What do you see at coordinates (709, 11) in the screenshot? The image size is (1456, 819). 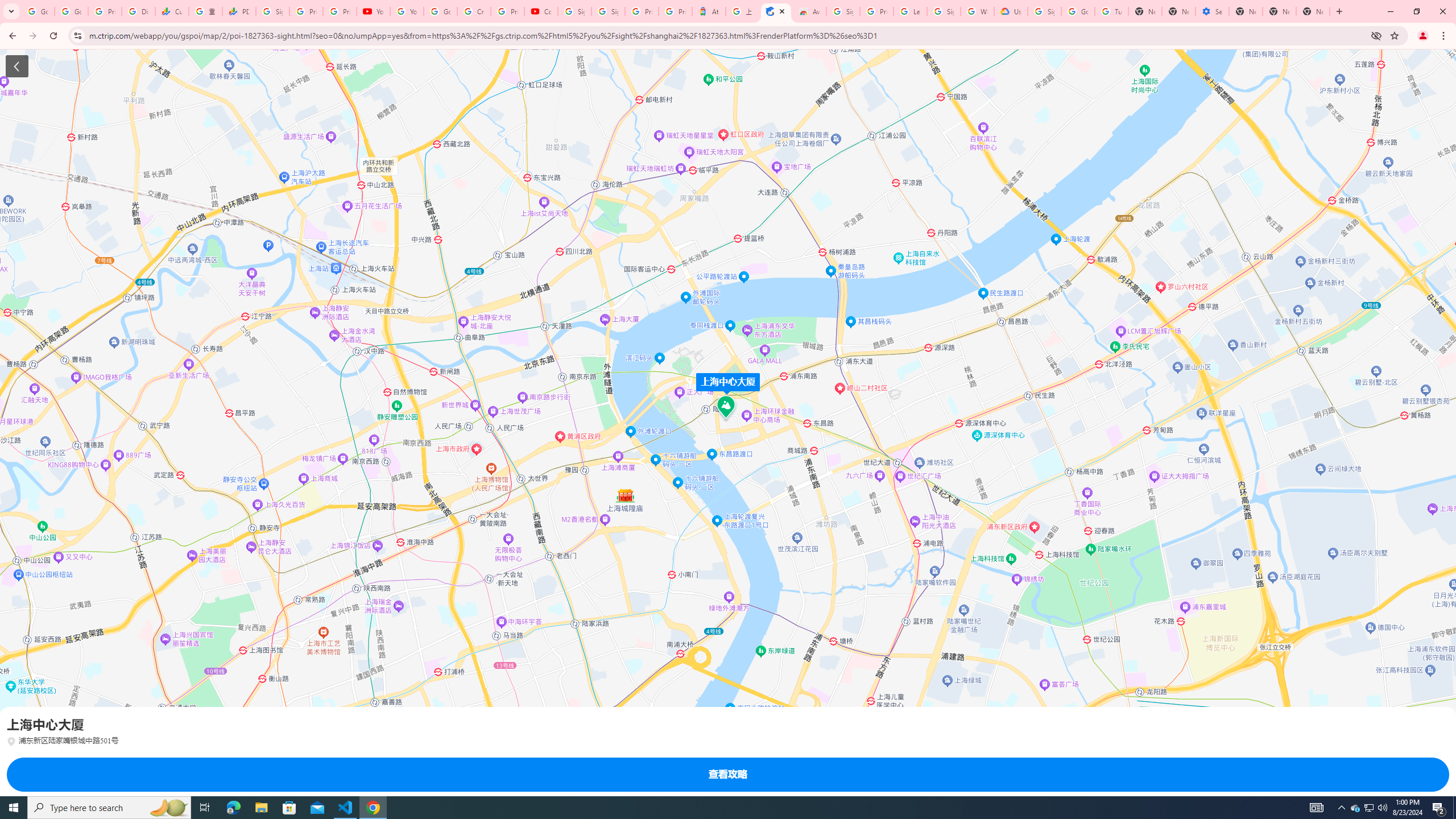 I see `'Atour Hotel - Google hotels'` at bounding box center [709, 11].